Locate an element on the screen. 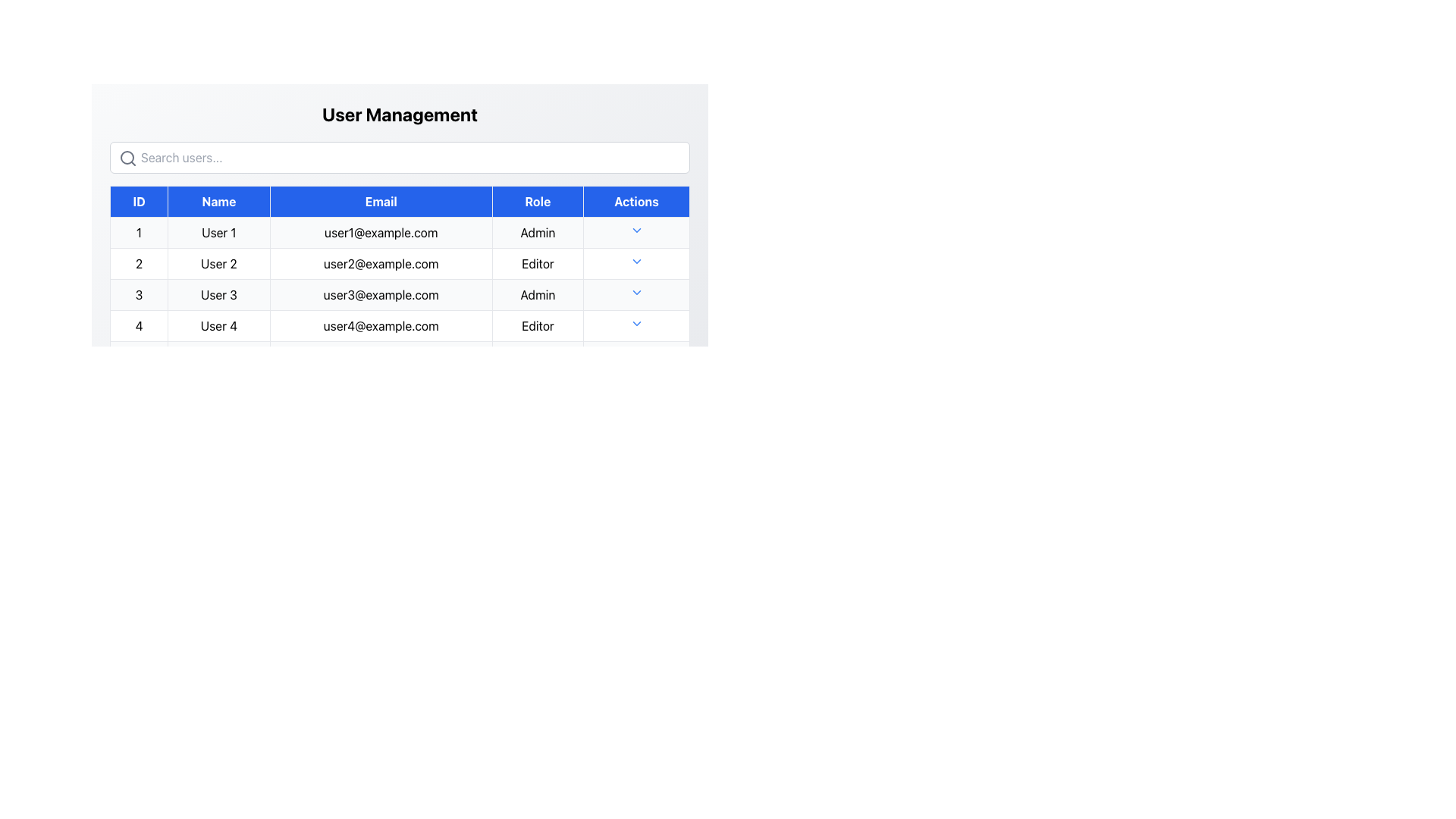 Image resolution: width=1456 pixels, height=819 pixels. the Text Label displaying 'User 1' located in the second column of the table under the 'Name' column is located at coordinates (218, 233).